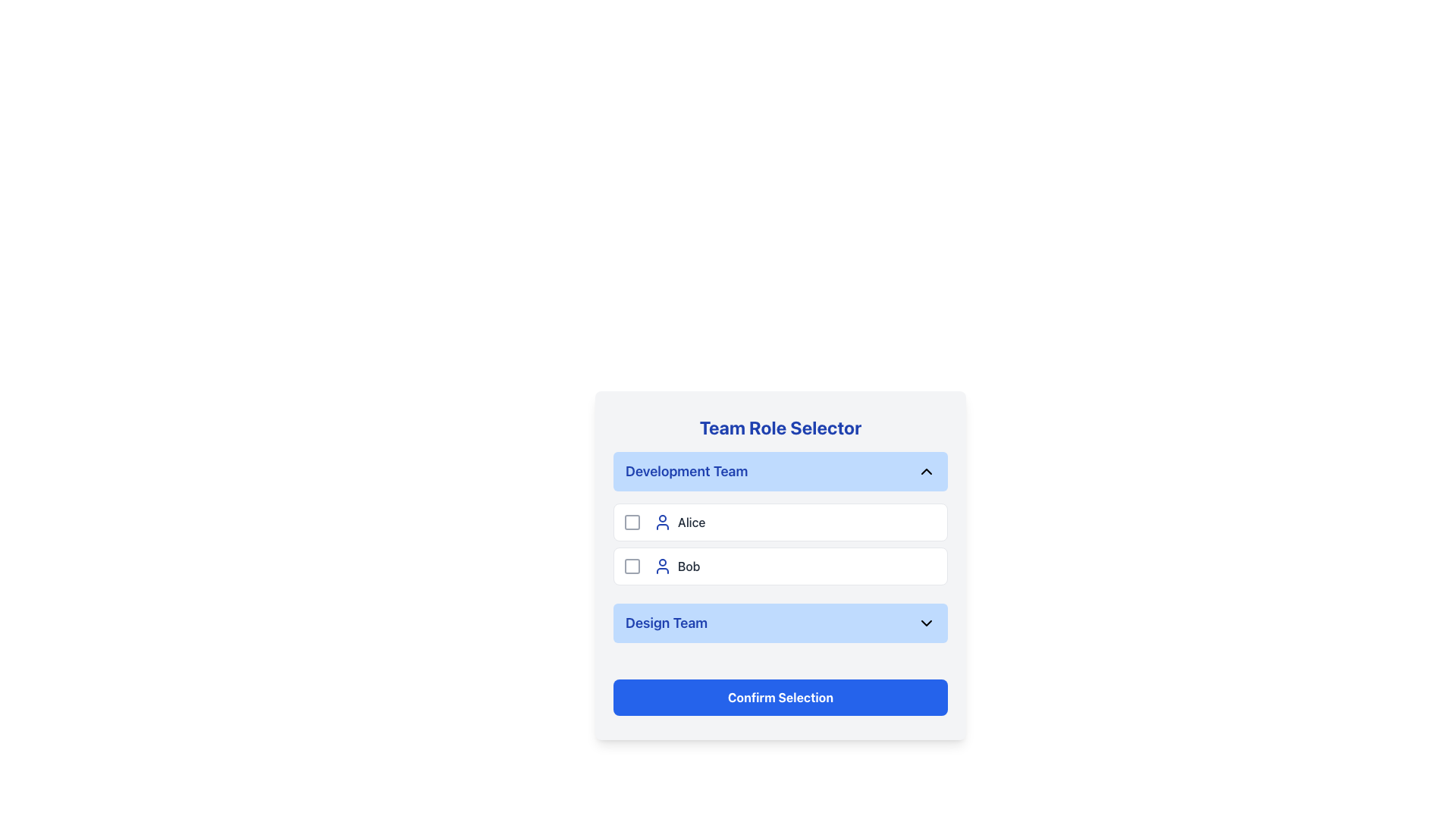  What do you see at coordinates (632, 522) in the screenshot?
I see `the Square icon with rounded corners that serves as a visual indicator associated with the user 'Alice'` at bounding box center [632, 522].